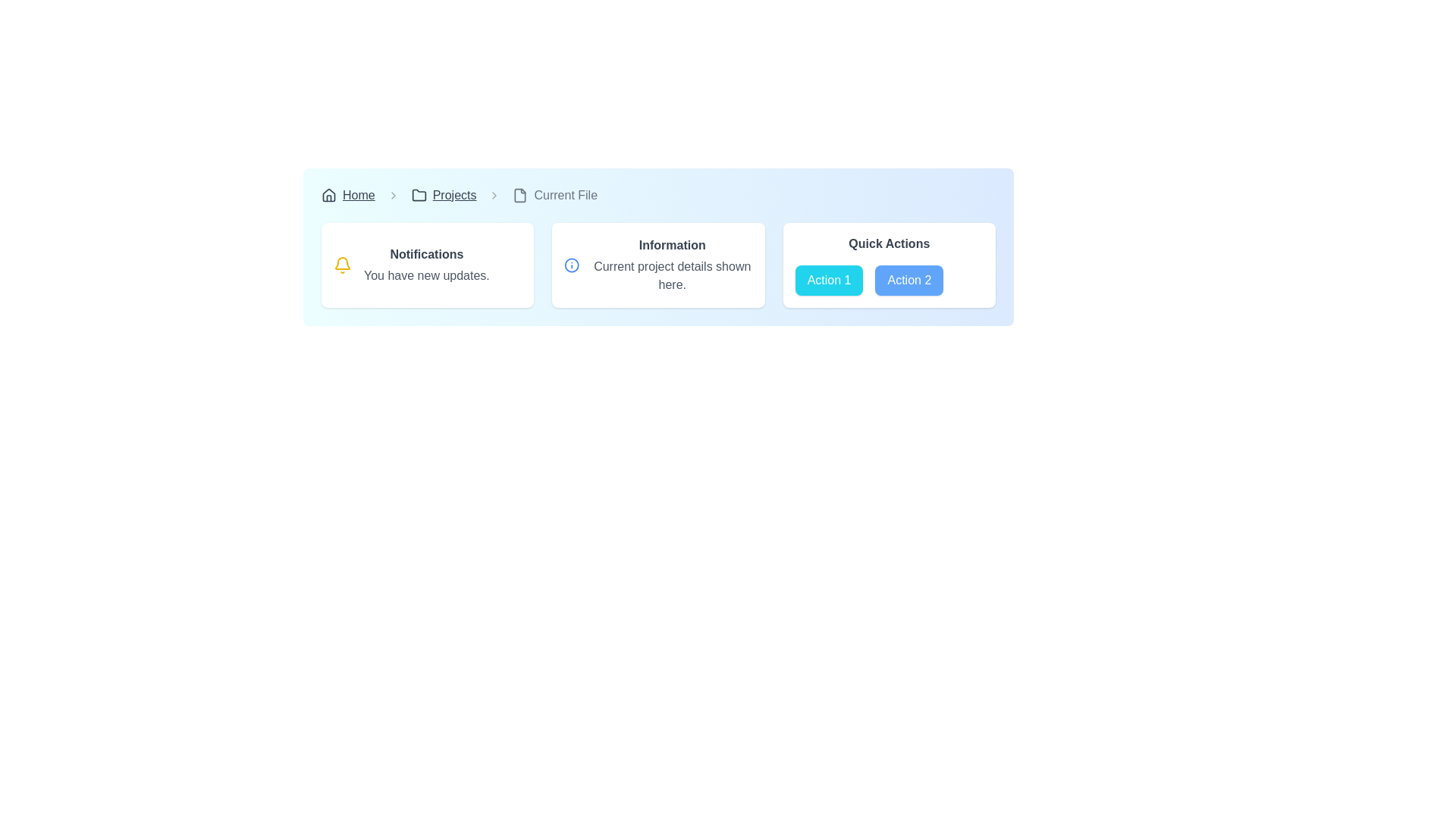 This screenshot has width=1456, height=819. Describe the element at coordinates (347, 195) in the screenshot. I see `the Interactive Text Link in the breadcrumb navigation bar` at that location.